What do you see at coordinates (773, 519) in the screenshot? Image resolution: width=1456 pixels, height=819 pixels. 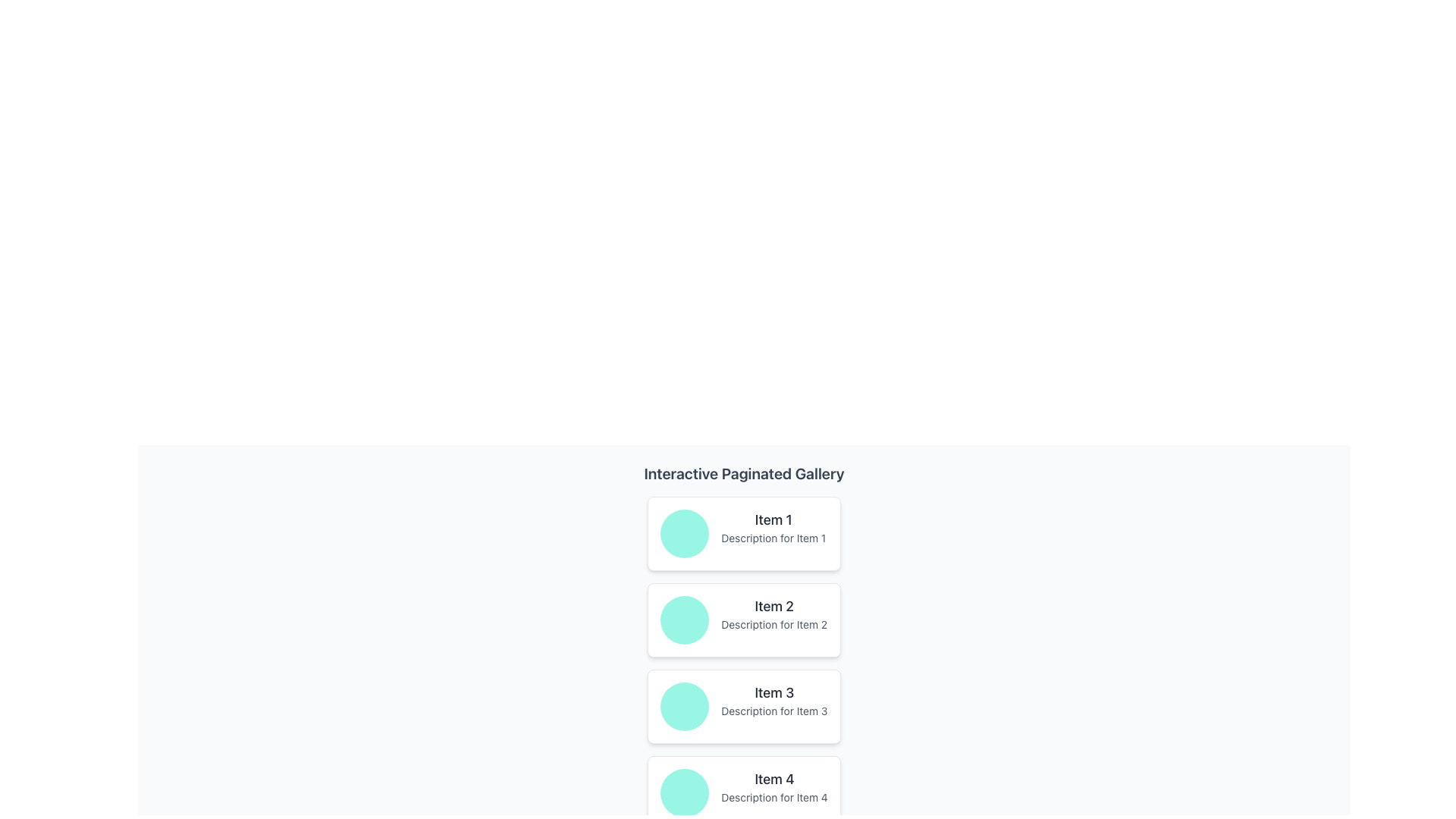 I see `the bold text labeled 'Item 1', which is prominently styled and located in the top-left corner of its card, adjacent to a circular icon` at bounding box center [773, 519].